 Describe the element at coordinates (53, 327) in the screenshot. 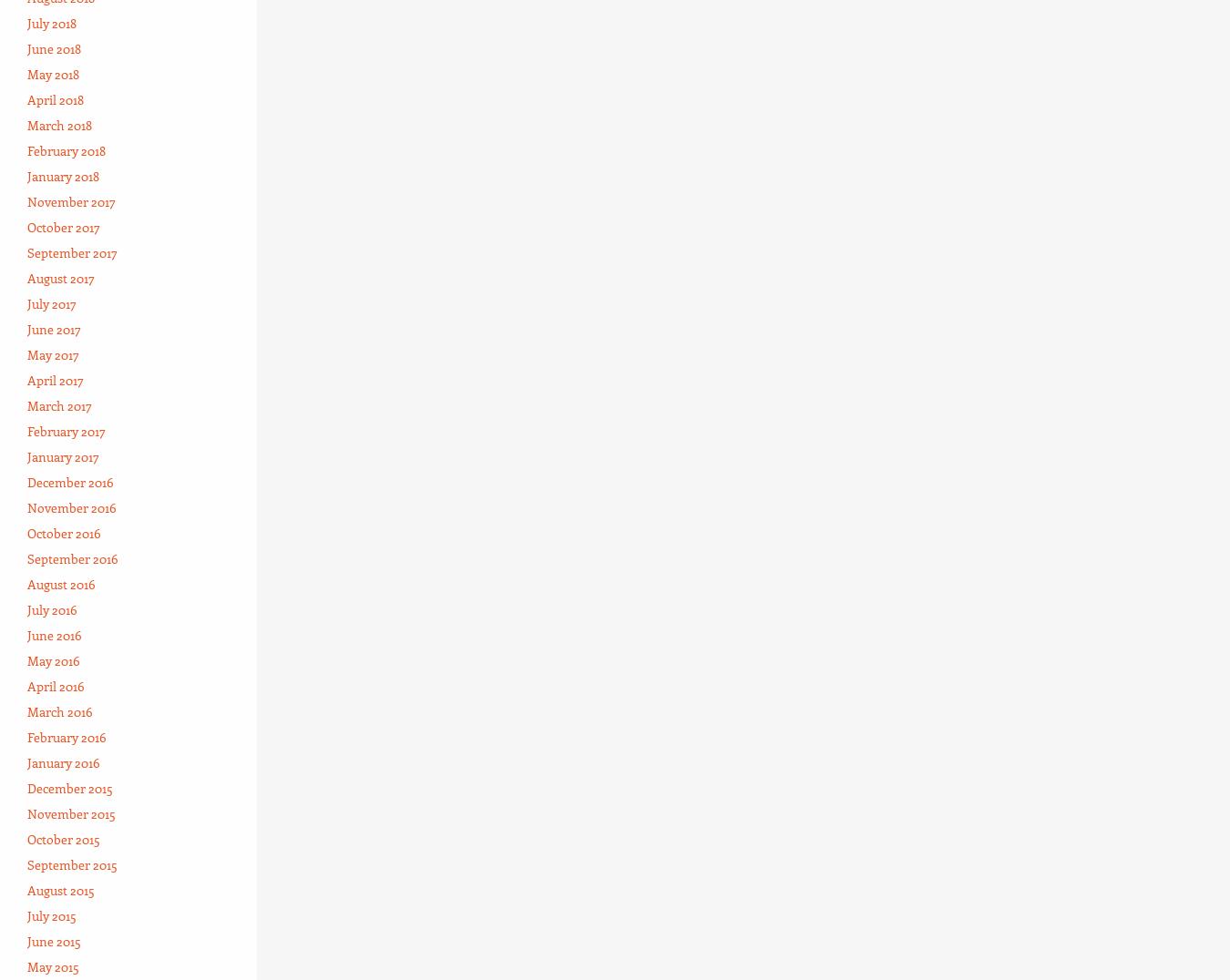

I see `'June 2017'` at that location.